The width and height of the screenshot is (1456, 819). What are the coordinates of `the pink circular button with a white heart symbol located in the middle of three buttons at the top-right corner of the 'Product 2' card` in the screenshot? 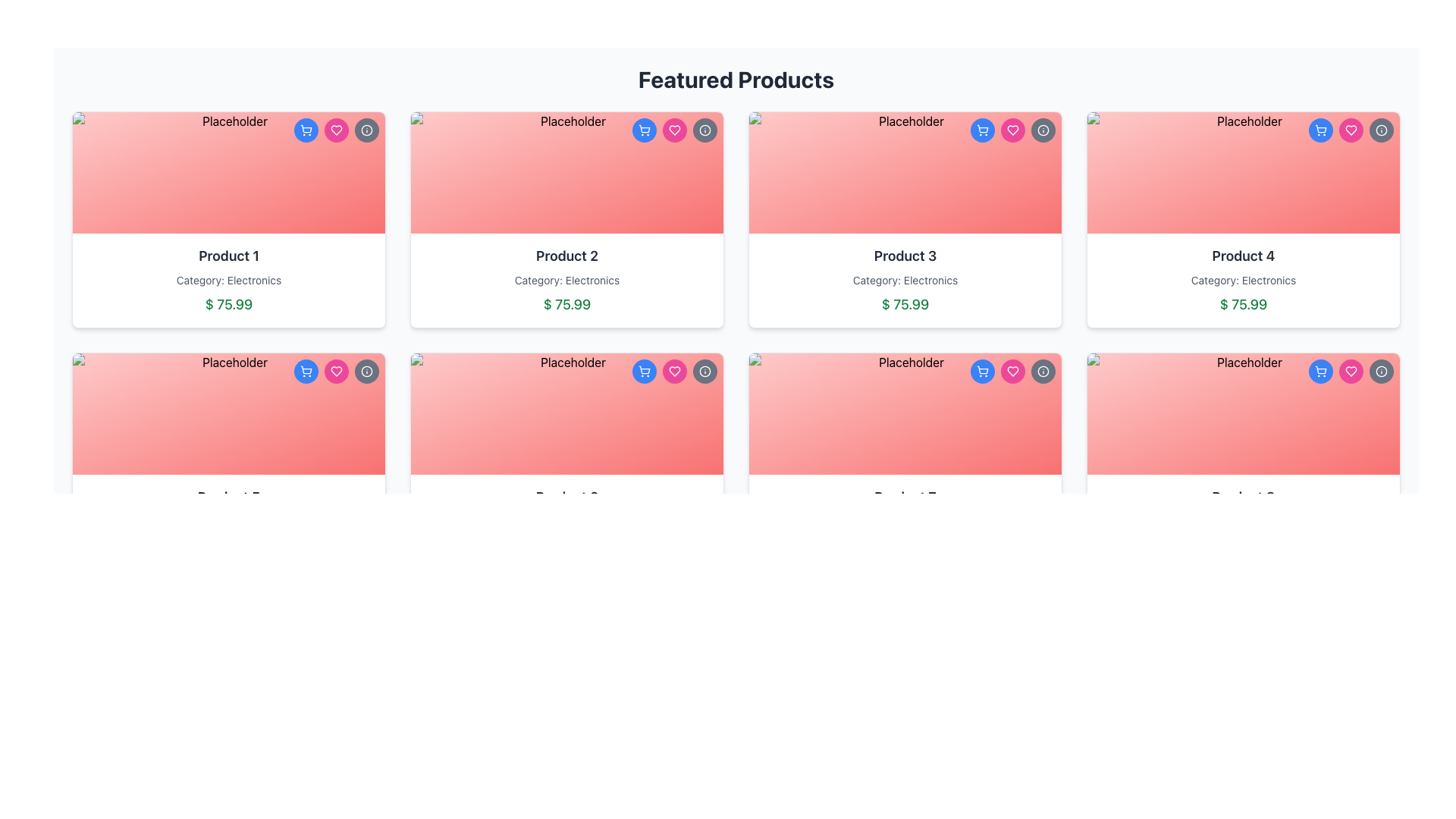 It's located at (673, 130).